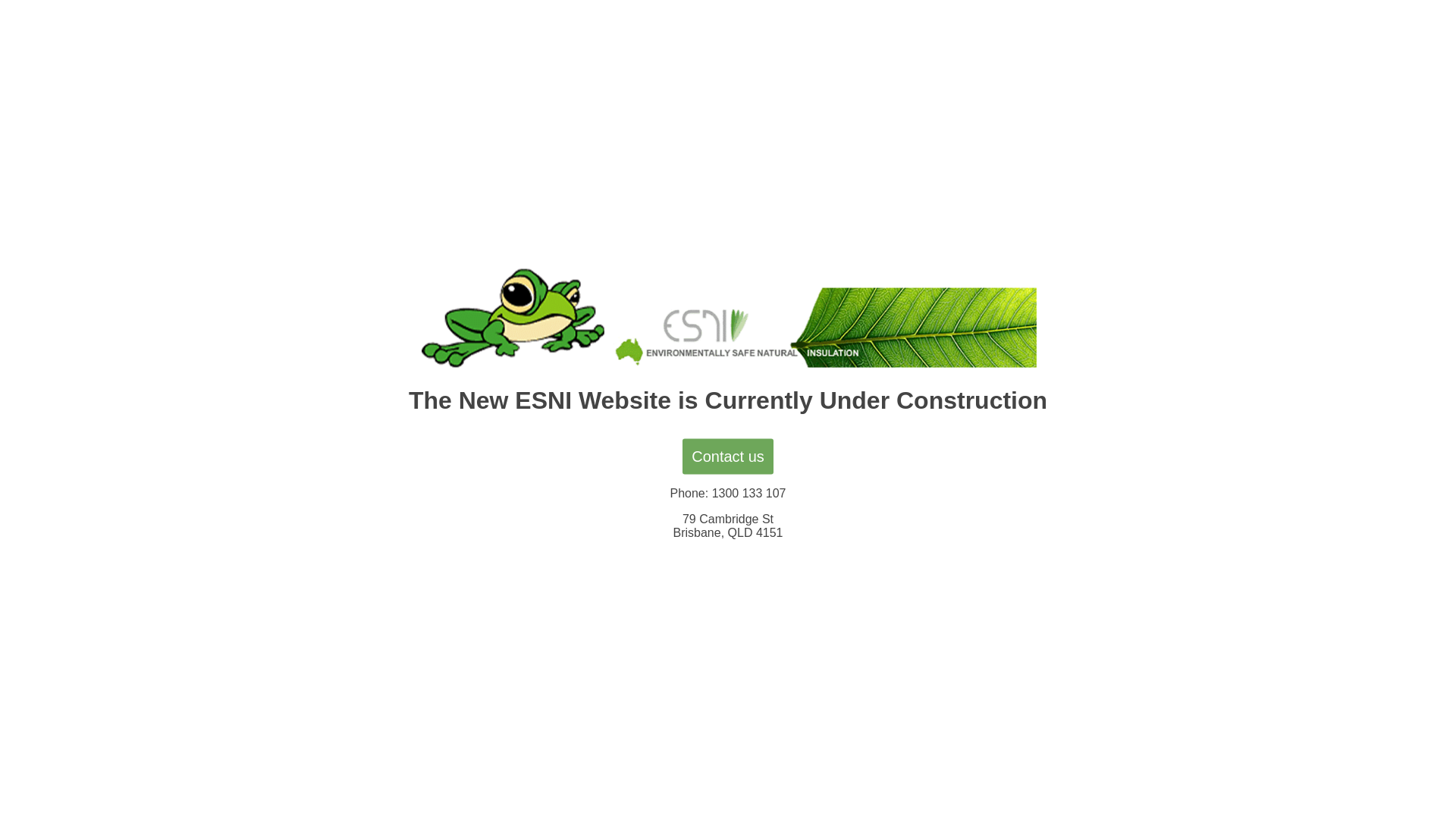 This screenshot has width=1456, height=819. I want to click on 'Contact us', so click(728, 455).